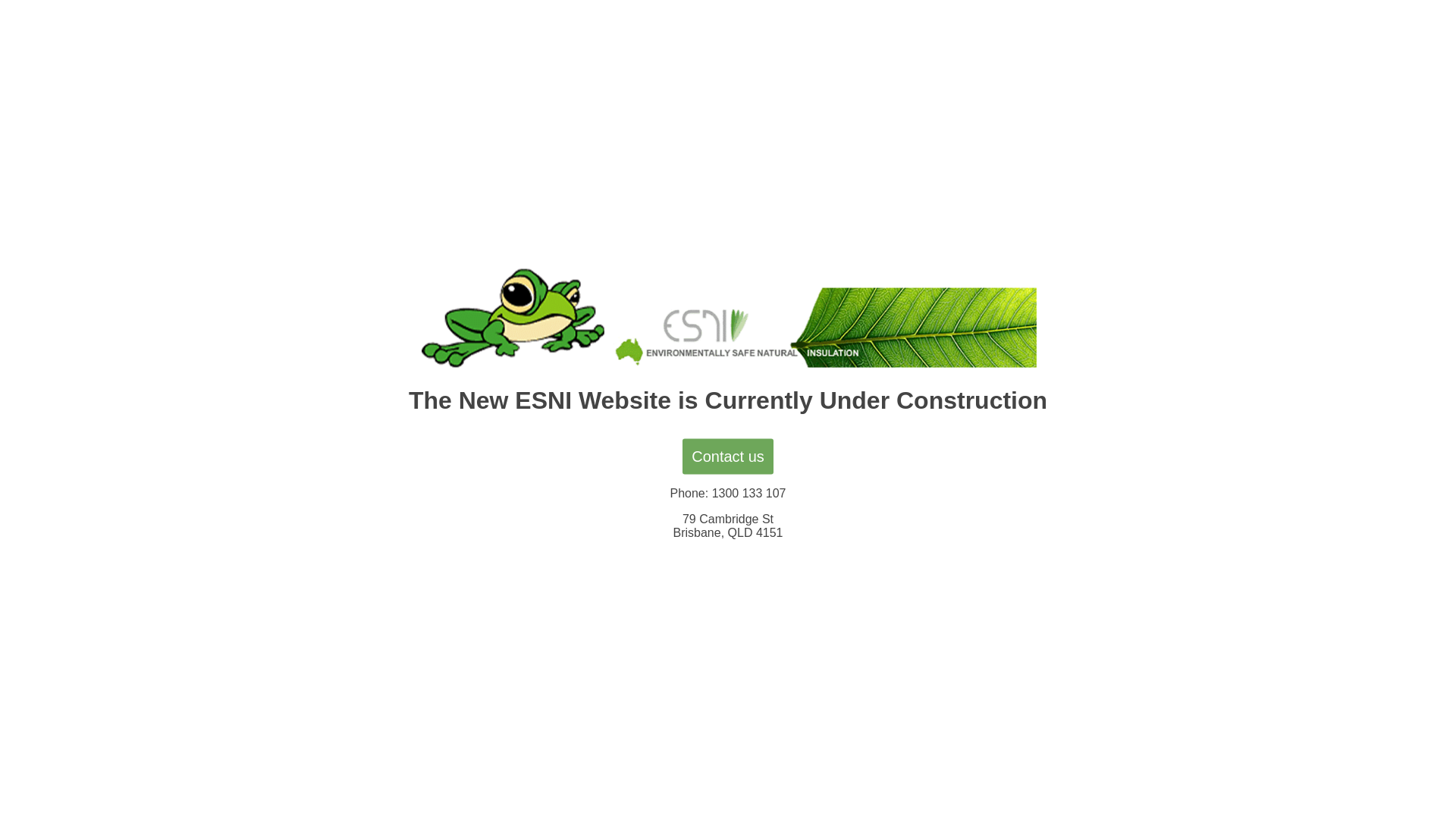 This screenshot has width=1456, height=819. I want to click on 'Contact us', so click(728, 455).